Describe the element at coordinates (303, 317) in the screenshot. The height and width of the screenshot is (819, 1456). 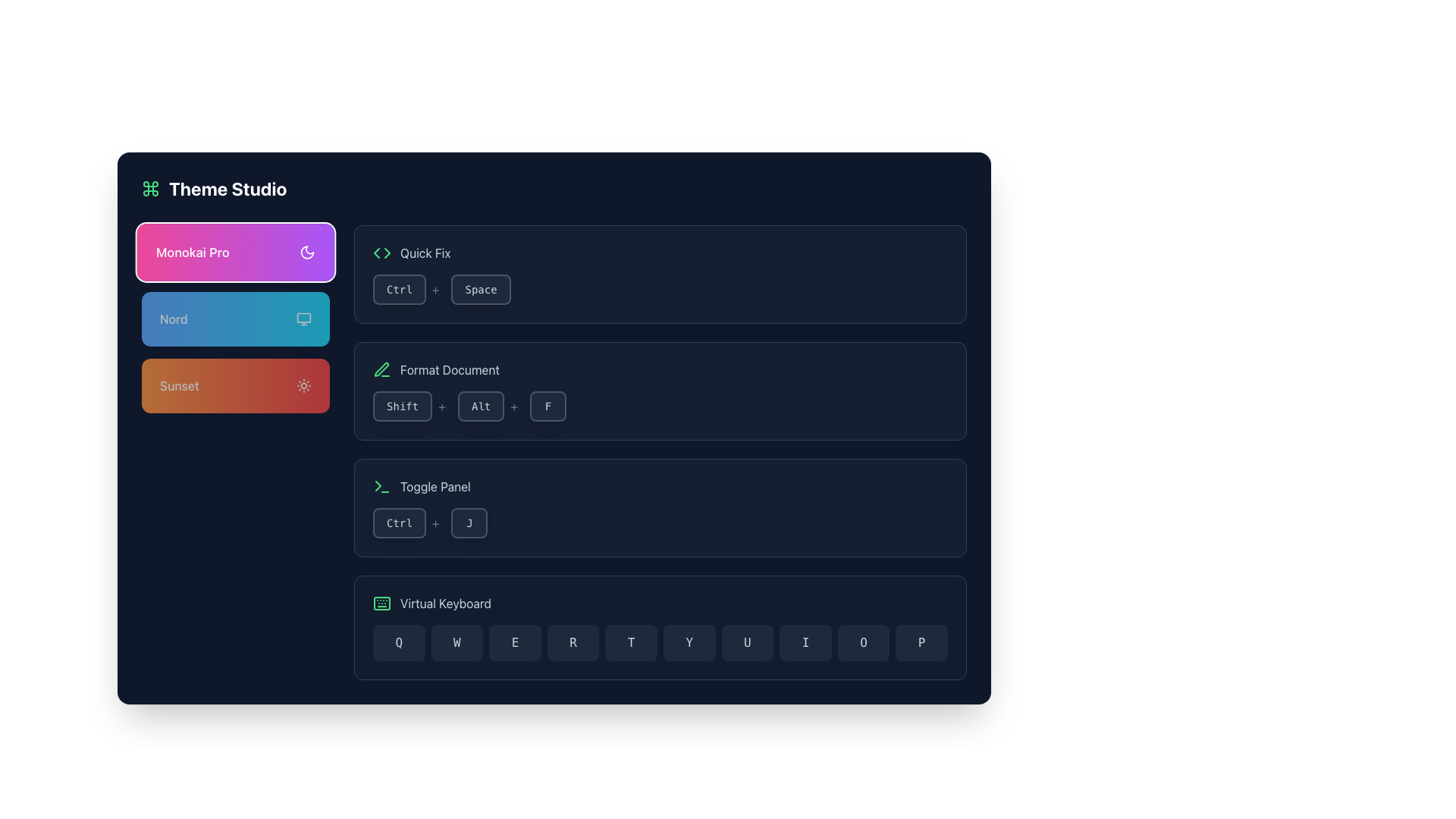
I see `the graphical monitor-shaped icon that serves as a visual indicator for the 'Nord' option located within the second colored tile on the left panel` at that location.